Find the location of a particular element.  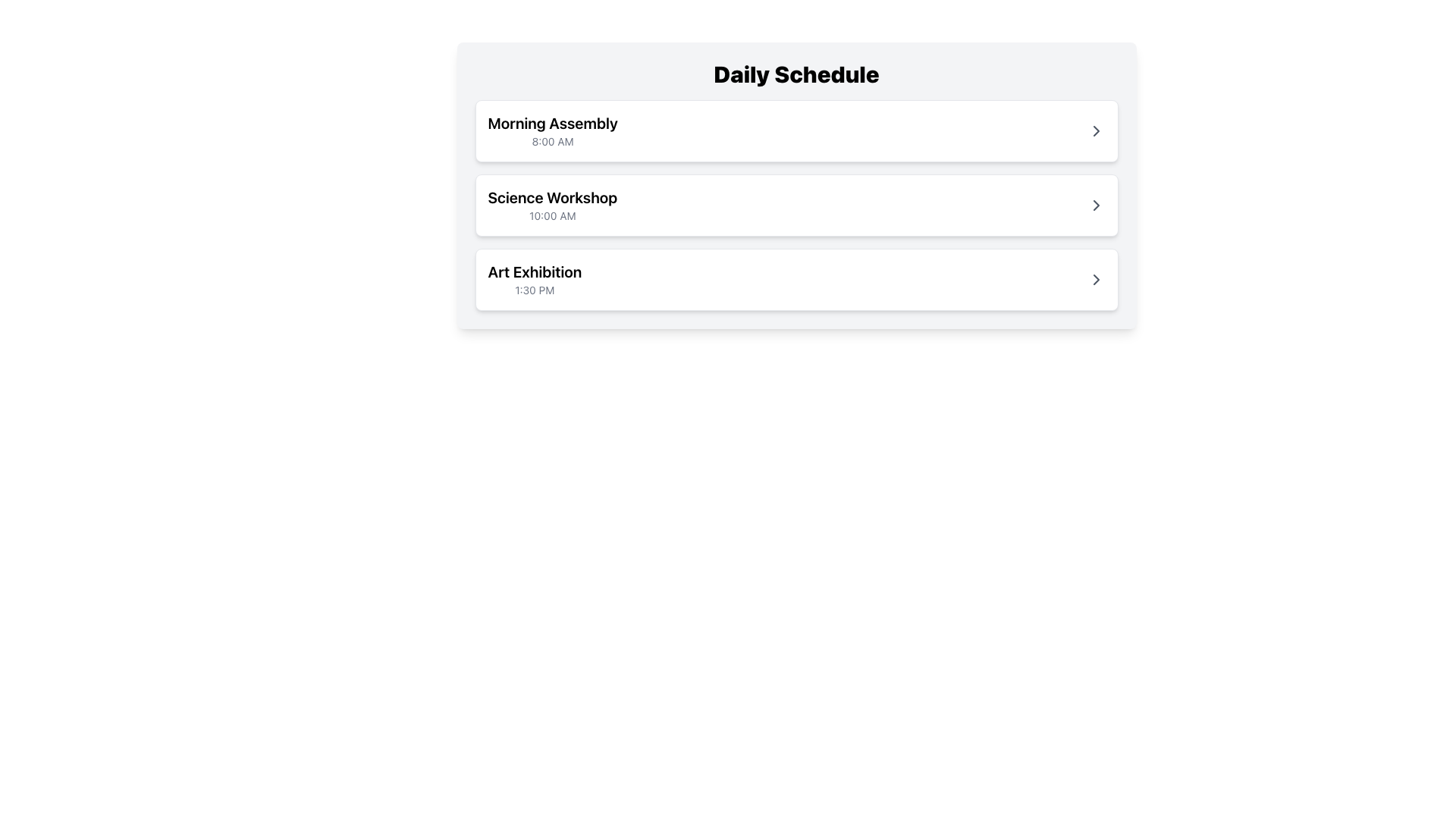

text label that specifies the time for the 'Morning Assembly' activity, located underneath the 'Morning Assembly' title within the first card of the 'Daily Schedule' list is located at coordinates (552, 141).